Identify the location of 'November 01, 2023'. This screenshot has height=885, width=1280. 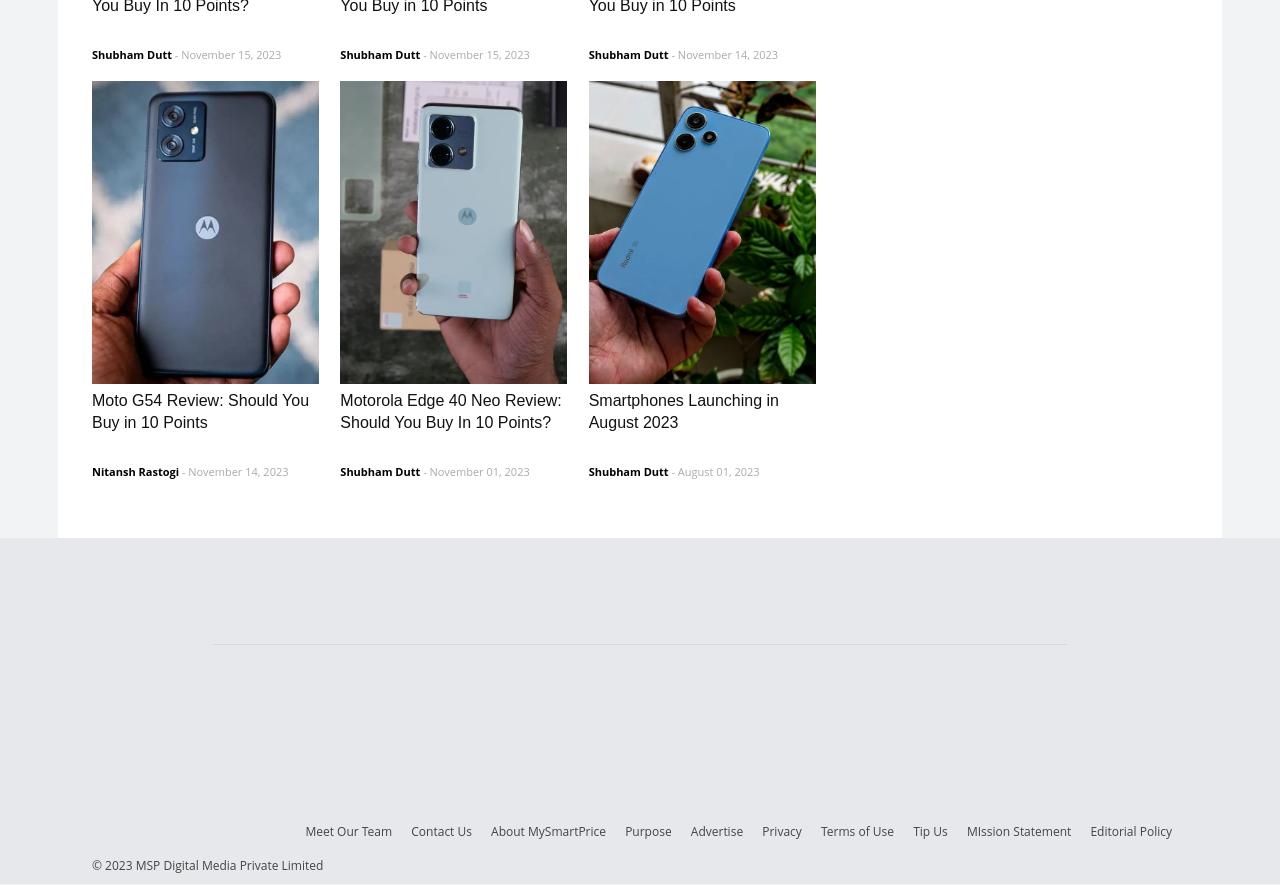
(477, 469).